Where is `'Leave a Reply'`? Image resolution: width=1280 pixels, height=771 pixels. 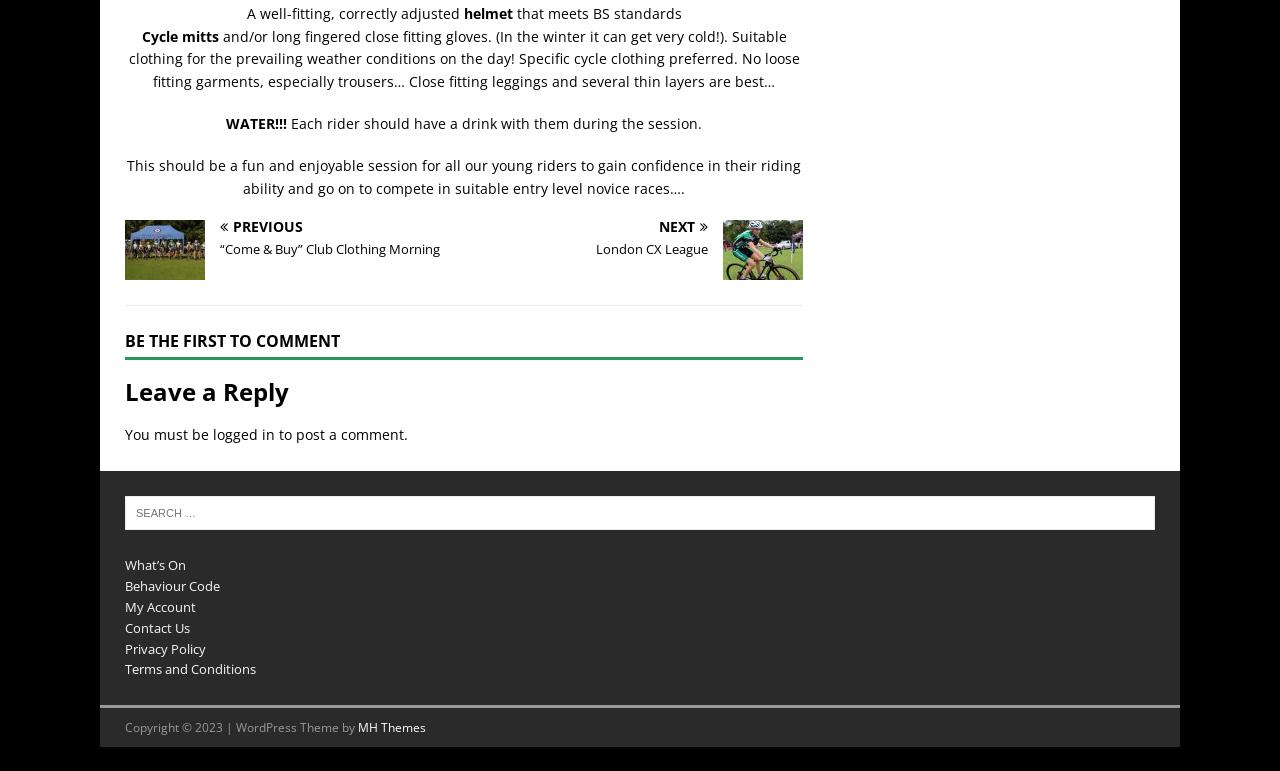 'Leave a Reply' is located at coordinates (206, 389).